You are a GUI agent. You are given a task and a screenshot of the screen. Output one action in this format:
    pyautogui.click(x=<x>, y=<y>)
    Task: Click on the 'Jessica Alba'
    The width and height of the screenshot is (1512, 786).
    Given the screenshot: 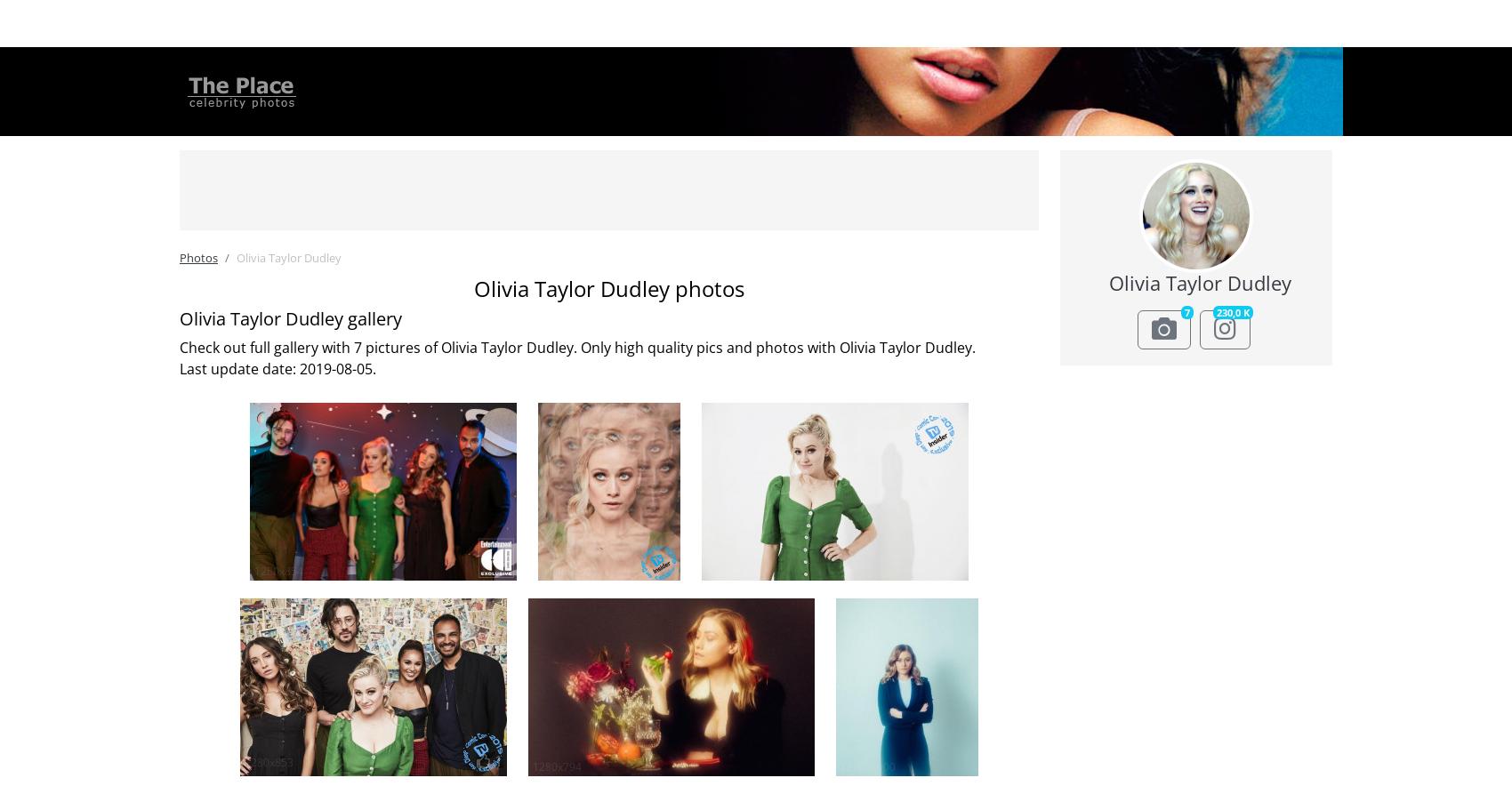 What is the action you would take?
    pyautogui.click(x=300, y=148)
    